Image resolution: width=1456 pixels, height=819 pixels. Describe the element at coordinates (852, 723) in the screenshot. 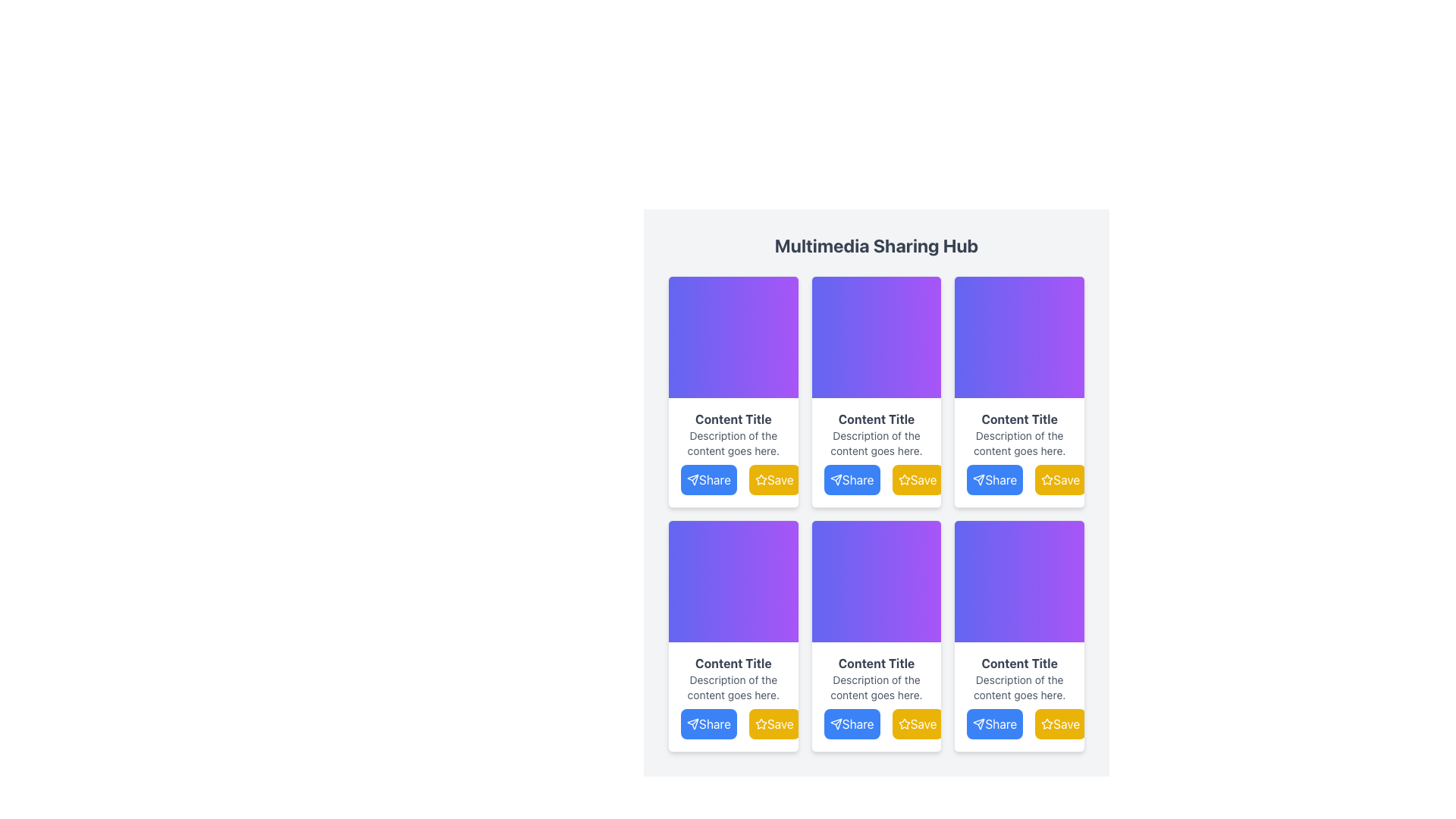

I see `the 'Share' button, which has rounded edges, a blue background, and white text` at that location.